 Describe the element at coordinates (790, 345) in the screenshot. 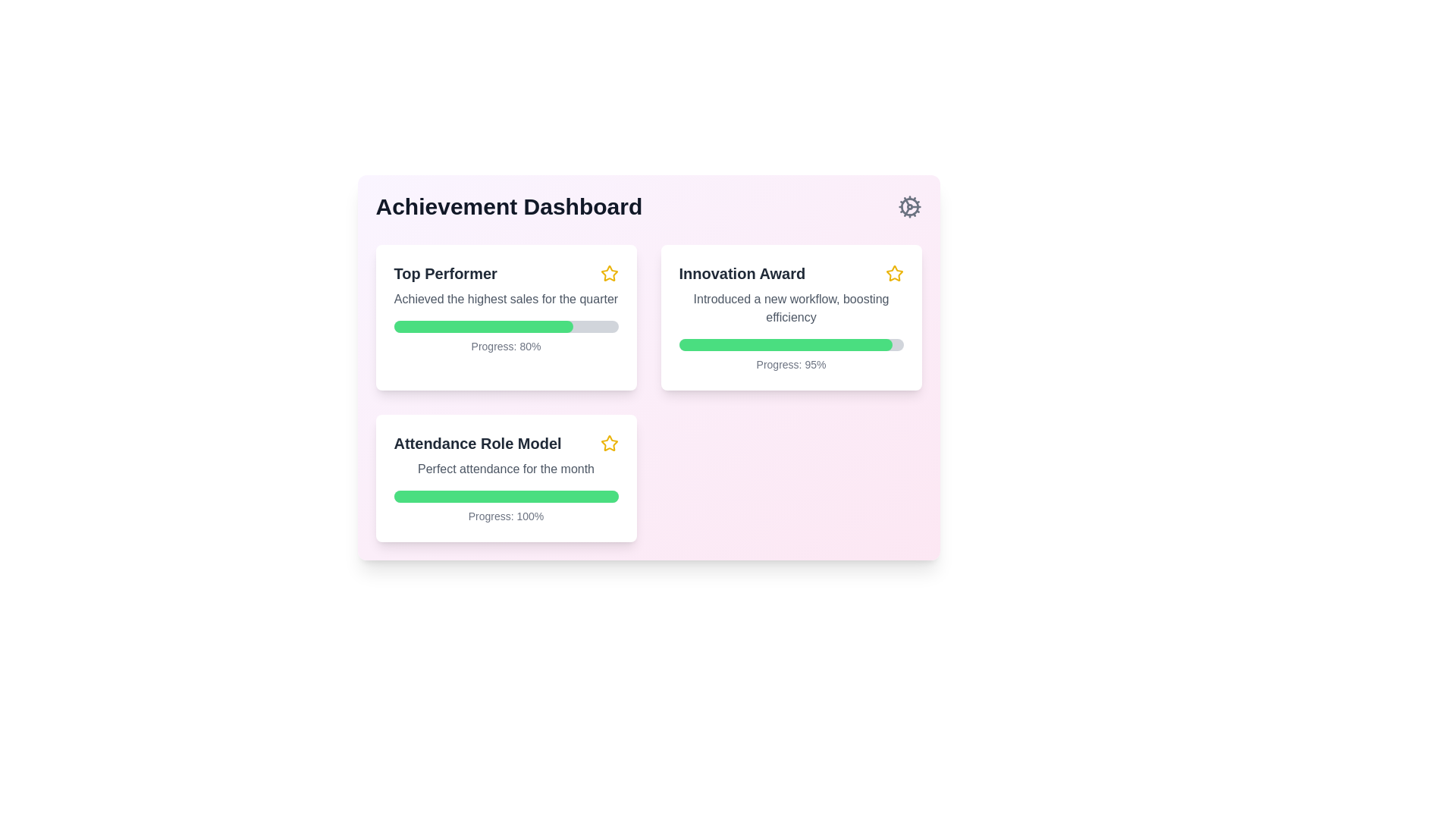

I see `the progress bar located within the 'Innovation Award' card, which is horizontally oriented and has a green section indicating 95% completion` at that location.